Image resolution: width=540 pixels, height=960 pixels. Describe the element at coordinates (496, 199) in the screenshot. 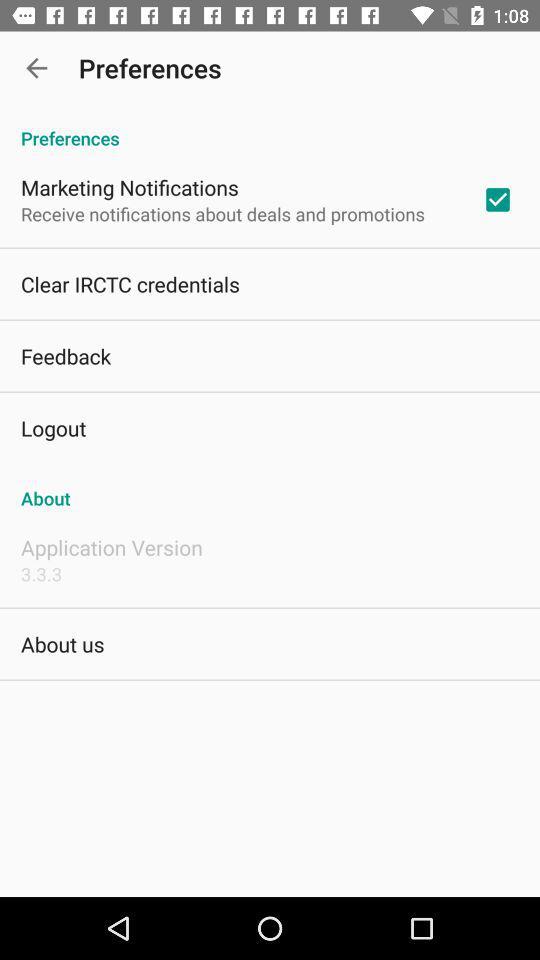

I see `the checkbox at the top right corner` at that location.